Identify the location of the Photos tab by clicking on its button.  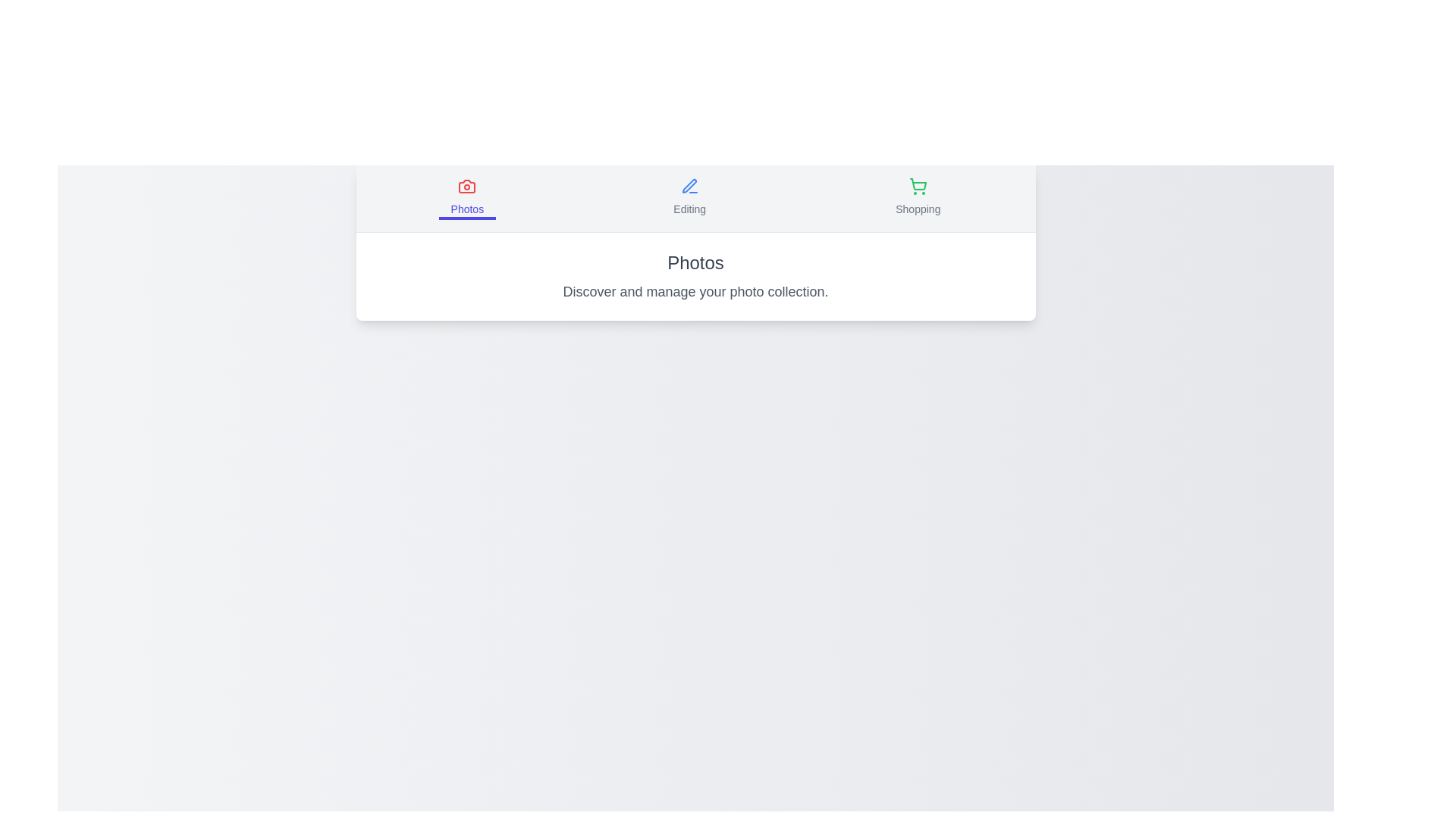
(466, 198).